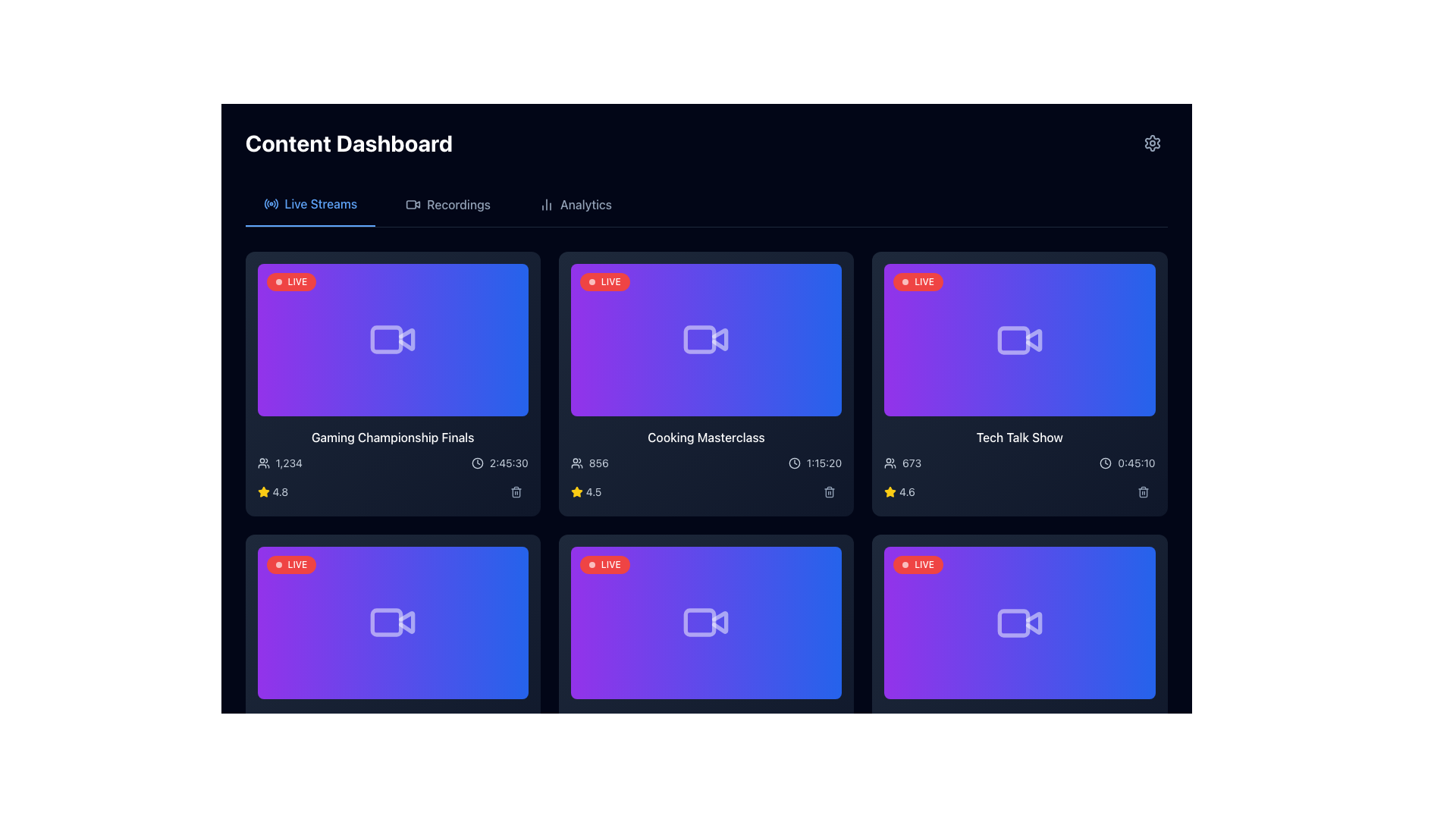  I want to click on the play button located at the bottom-right corner of the 'Tech Talk Show' card in the 'Content Dashboard' interface, so click(1129, 390).